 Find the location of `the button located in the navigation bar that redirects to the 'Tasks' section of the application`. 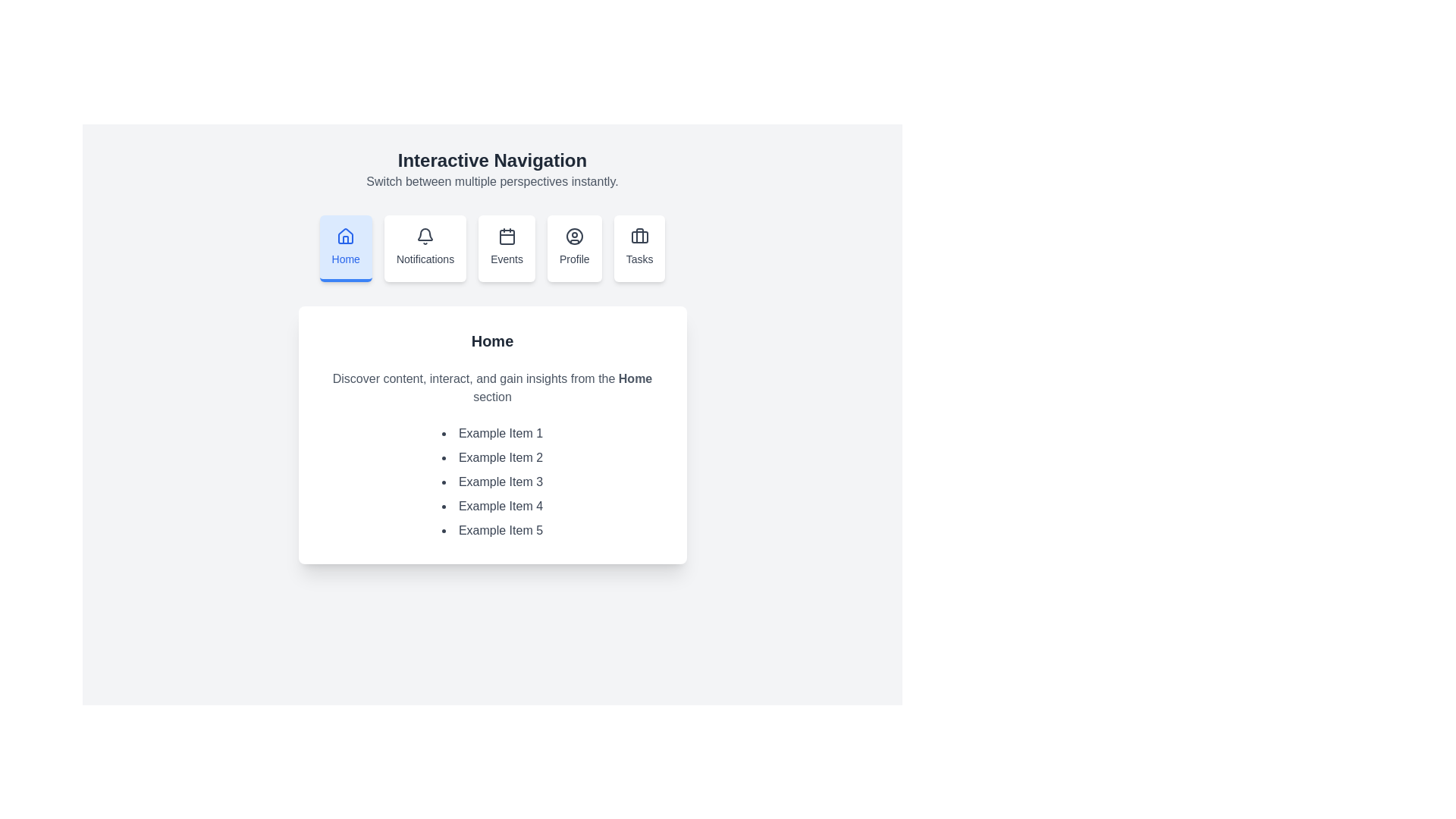

the button located in the navigation bar that redirects to the 'Tasks' section of the application is located at coordinates (639, 247).